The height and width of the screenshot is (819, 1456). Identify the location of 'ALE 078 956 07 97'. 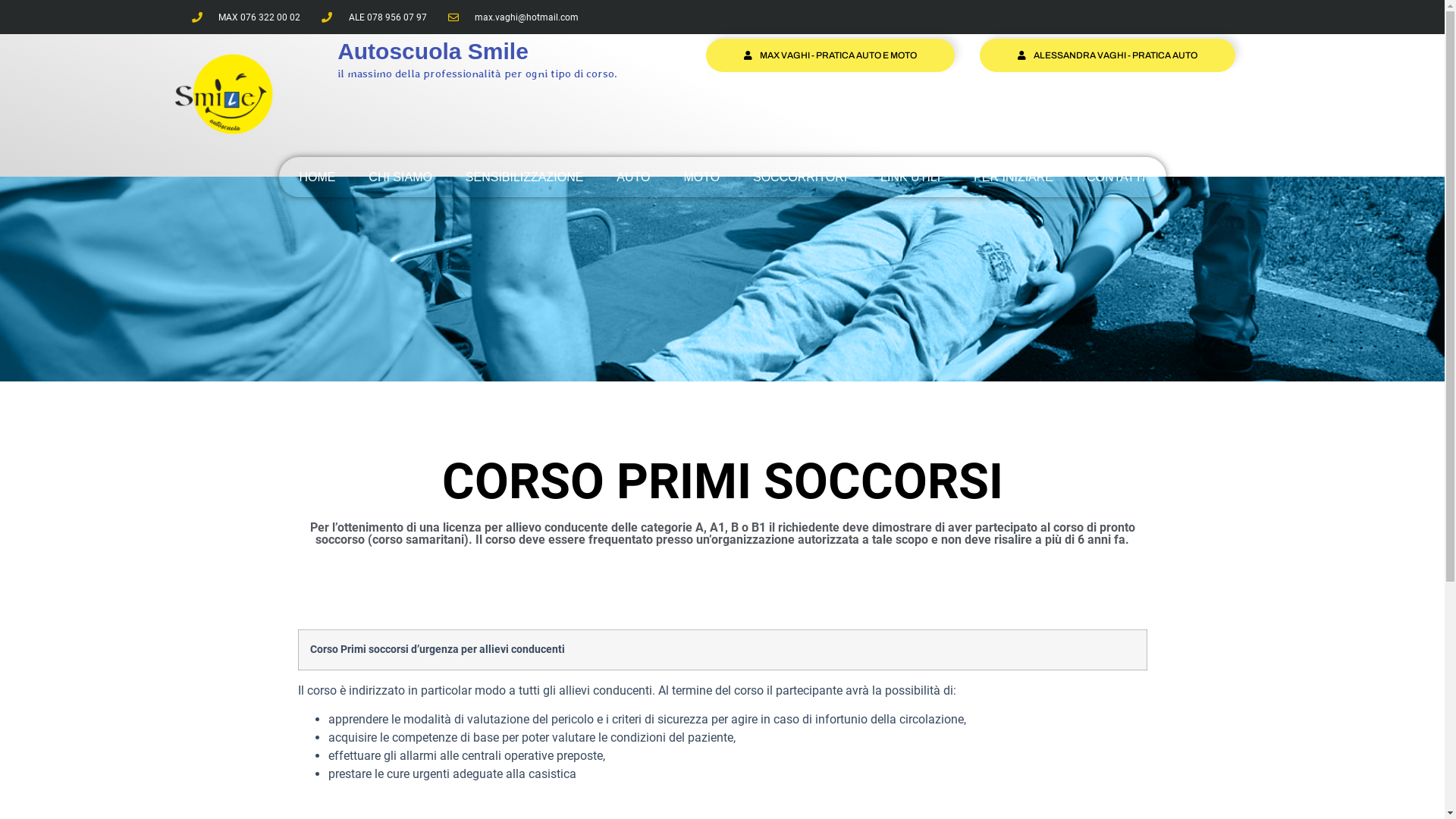
(374, 17).